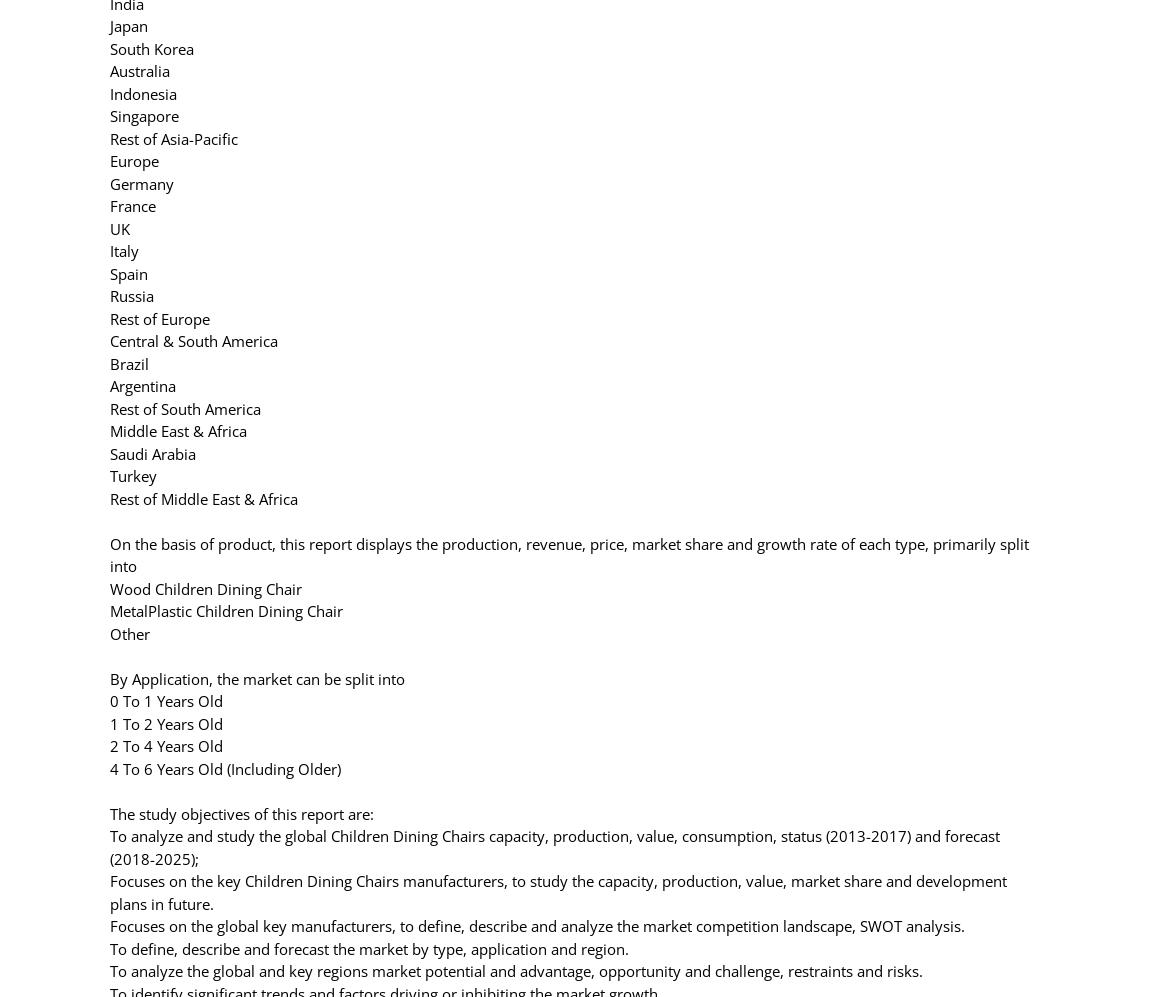 The height and width of the screenshot is (997, 1150). Describe the element at coordinates (109, 767) in the screenshot. I see `'4 To 6 Years Old (Including Older)'` at that location.